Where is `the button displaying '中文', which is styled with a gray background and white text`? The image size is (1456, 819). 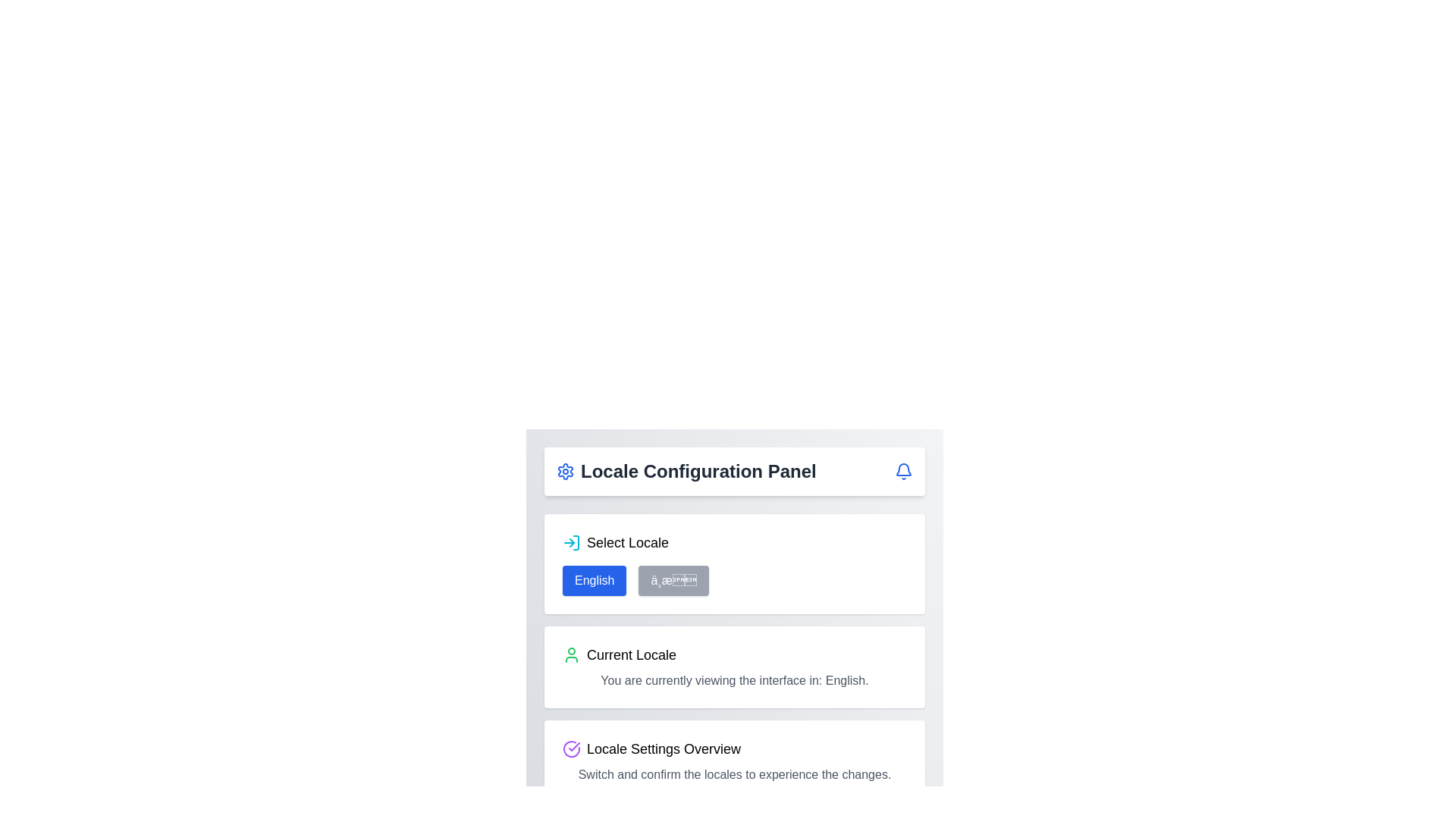 the button displaying '中文', which is styled with a gray background and white text is located at coordinates (673, 580).